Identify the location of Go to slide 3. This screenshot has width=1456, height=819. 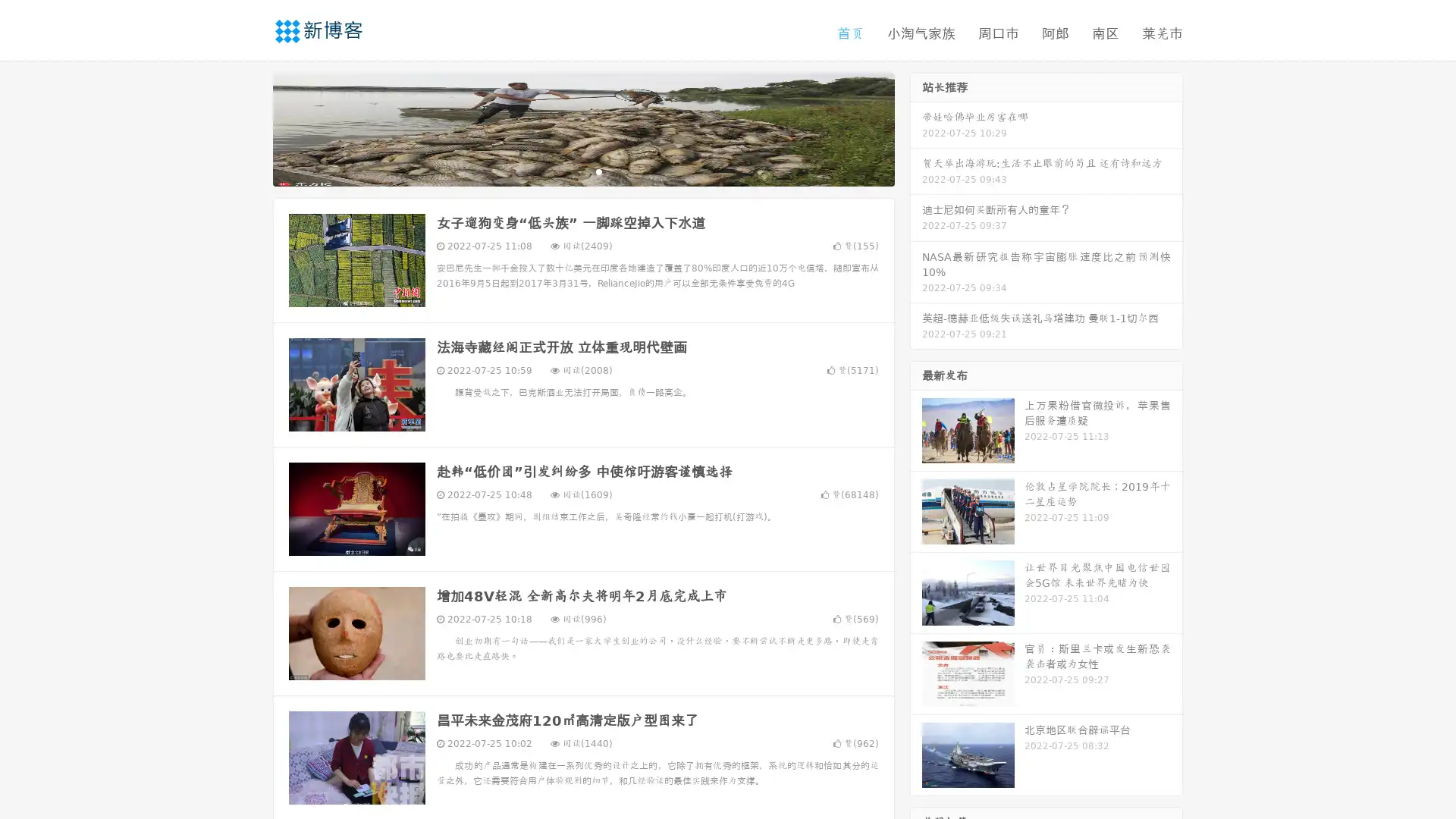
(598, 171).